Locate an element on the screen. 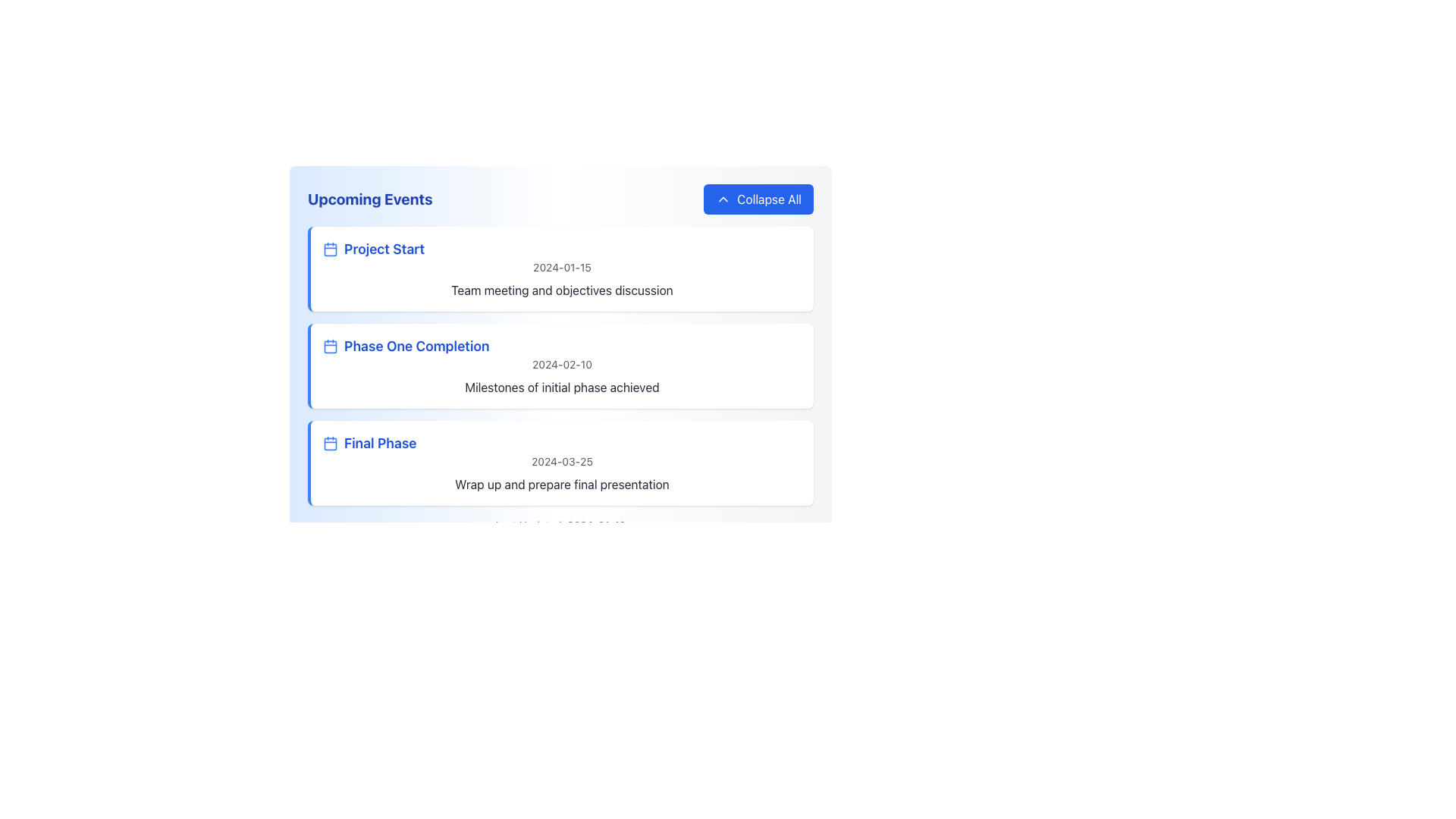  the 'Collapse All' button, which is a rectangular blue button with white text and an upward-pointing chevron icon, located in the top-right corner of the 'Upcoming Events' section is located at coordinates (758, 198).